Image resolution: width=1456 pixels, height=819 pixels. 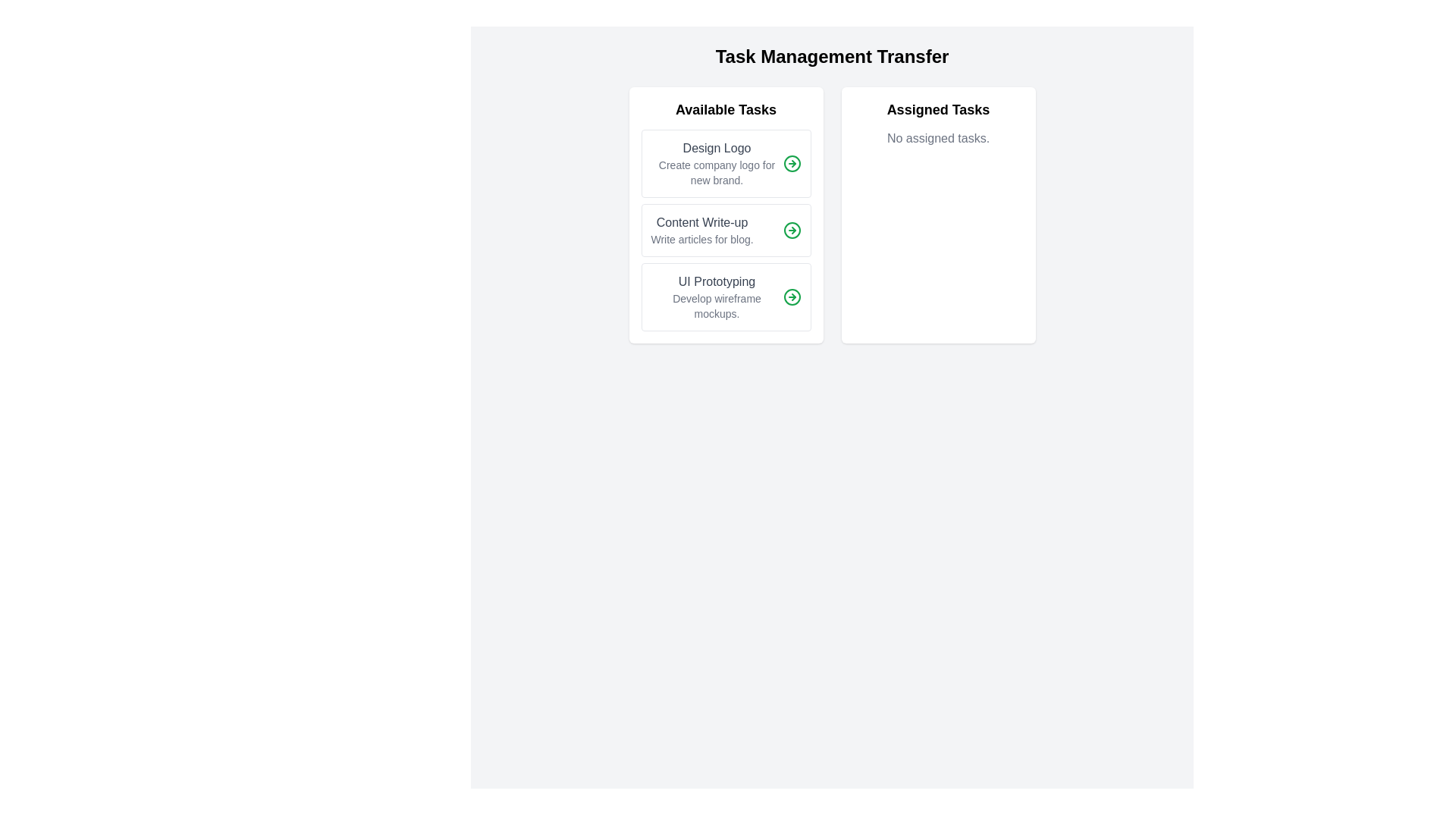 I want to click on the 'Content Write-up' task item card located in the 'Available Tasks' column, so click(x=725, y=215).